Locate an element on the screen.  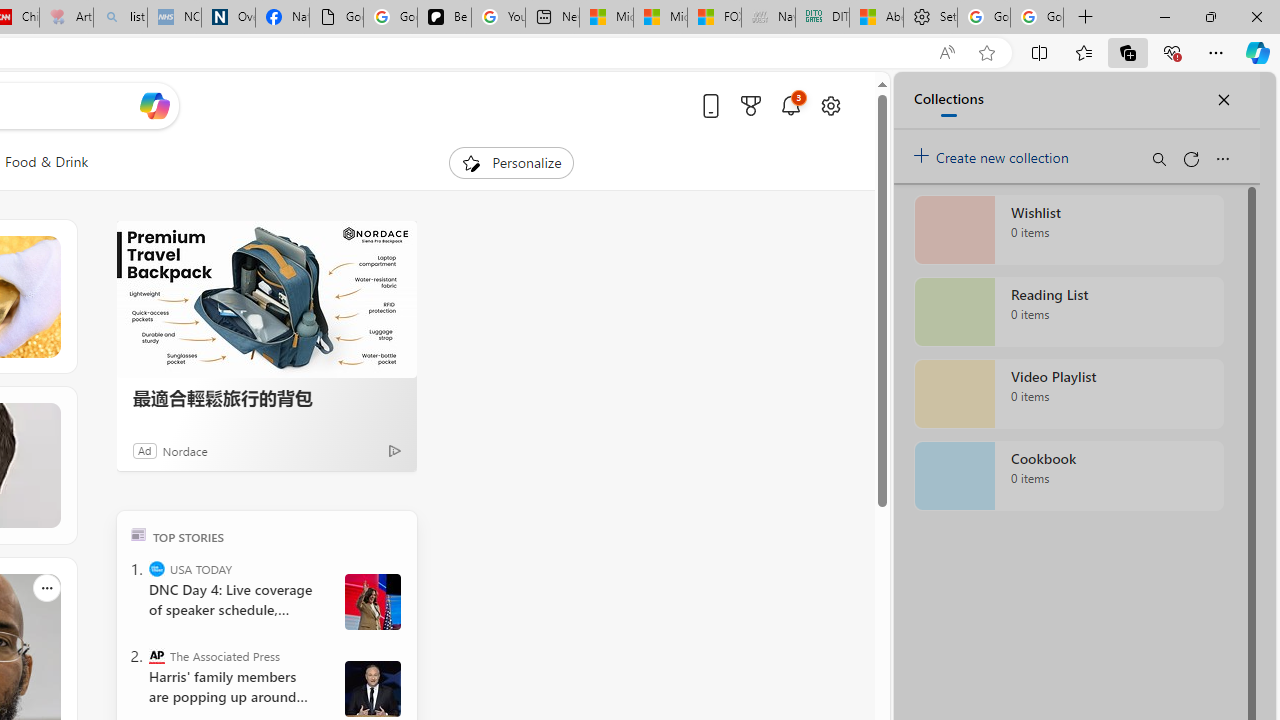
'Arthritis: Ask Health Professionals - Sleeping' is located at coordinates (66, 17).